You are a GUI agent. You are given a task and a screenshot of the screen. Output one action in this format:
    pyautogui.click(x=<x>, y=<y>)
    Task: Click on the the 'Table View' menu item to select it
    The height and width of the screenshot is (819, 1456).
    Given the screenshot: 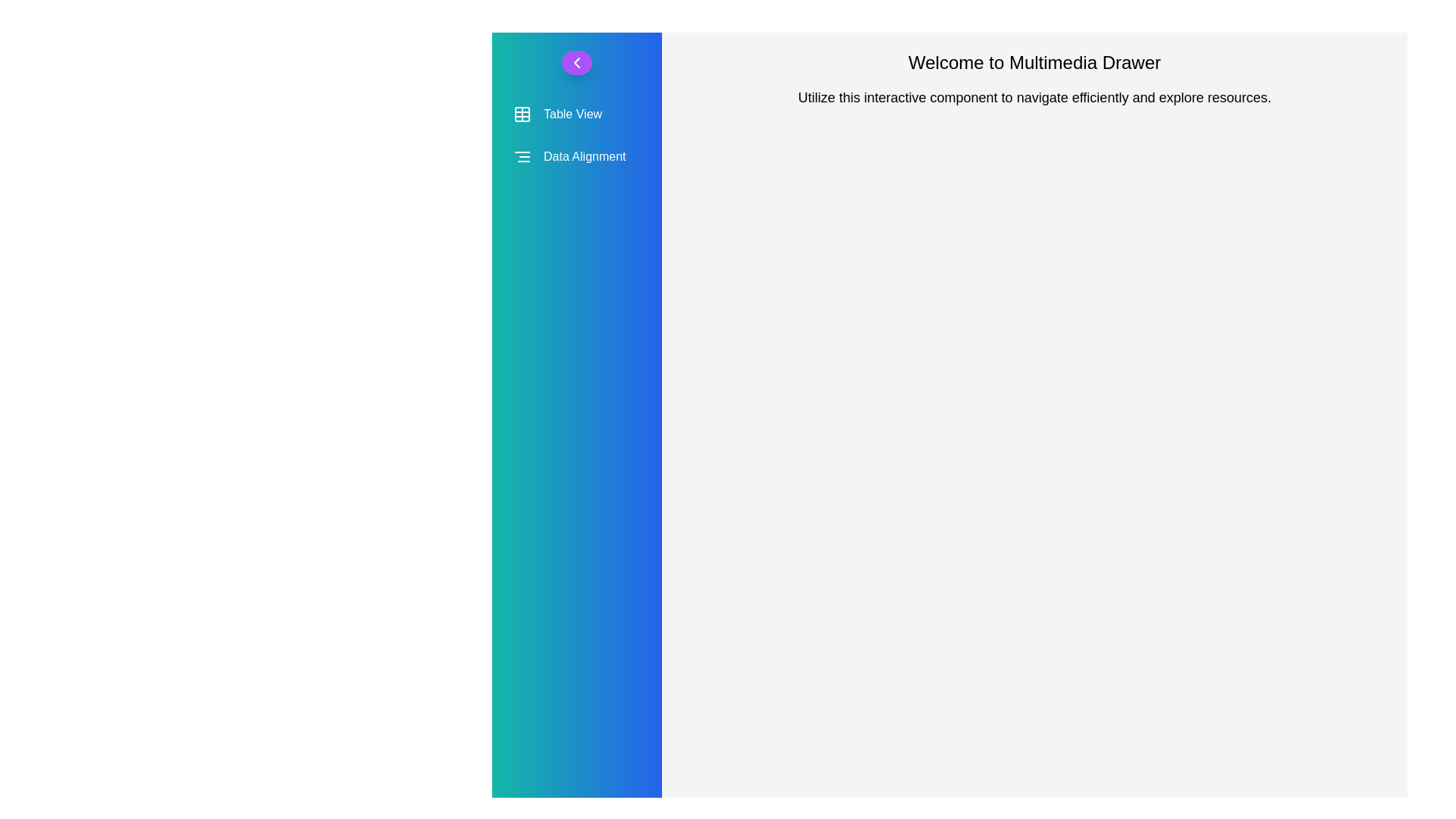 What is the action you would take?
    pyautogui.click(x=576, y=113)
    